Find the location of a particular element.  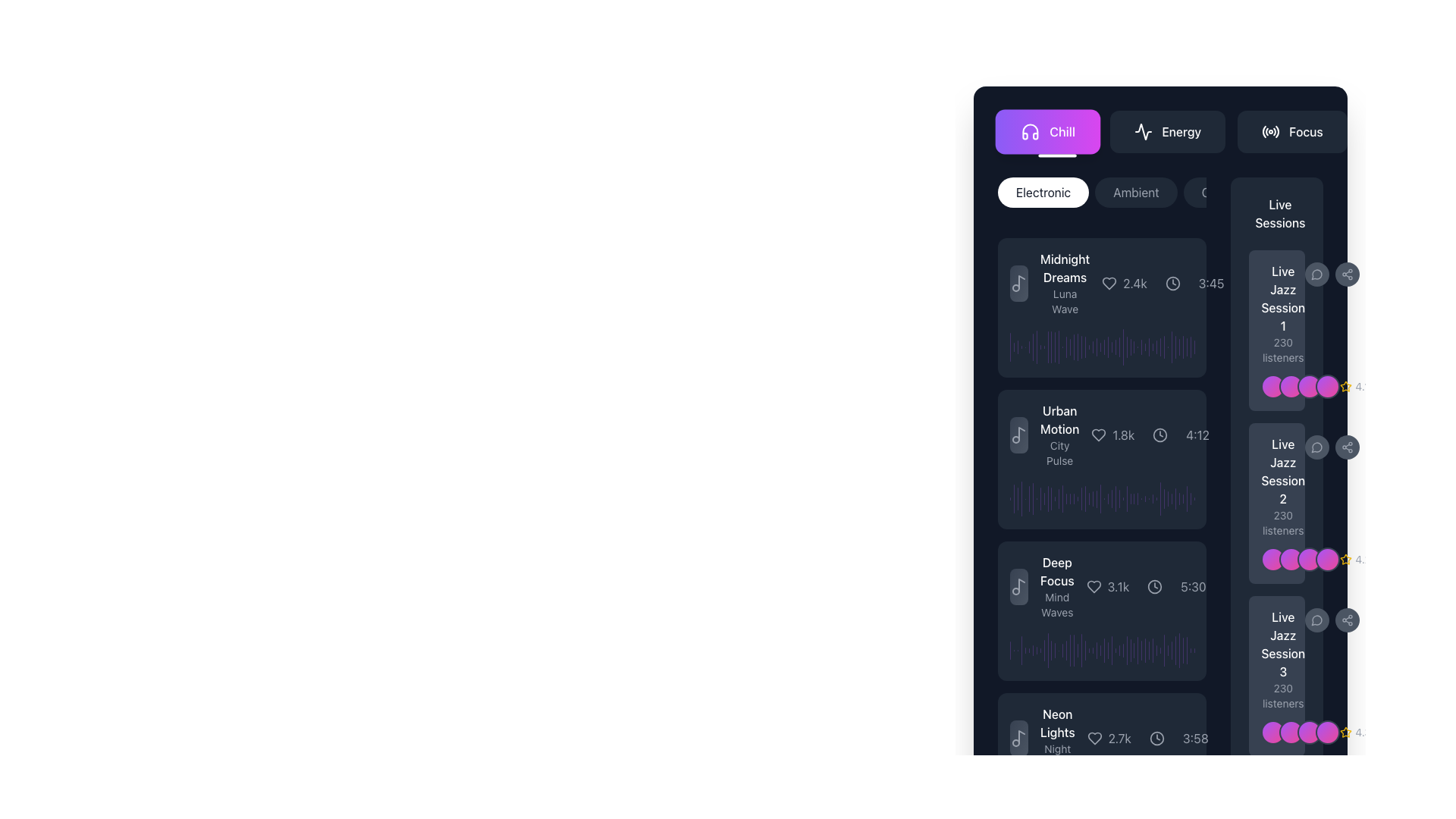

the twentieth graphical indicator in the horizontal sequence of bars in the lower portion of the middle-right section of the interface is located at coordinates (1081, 347).